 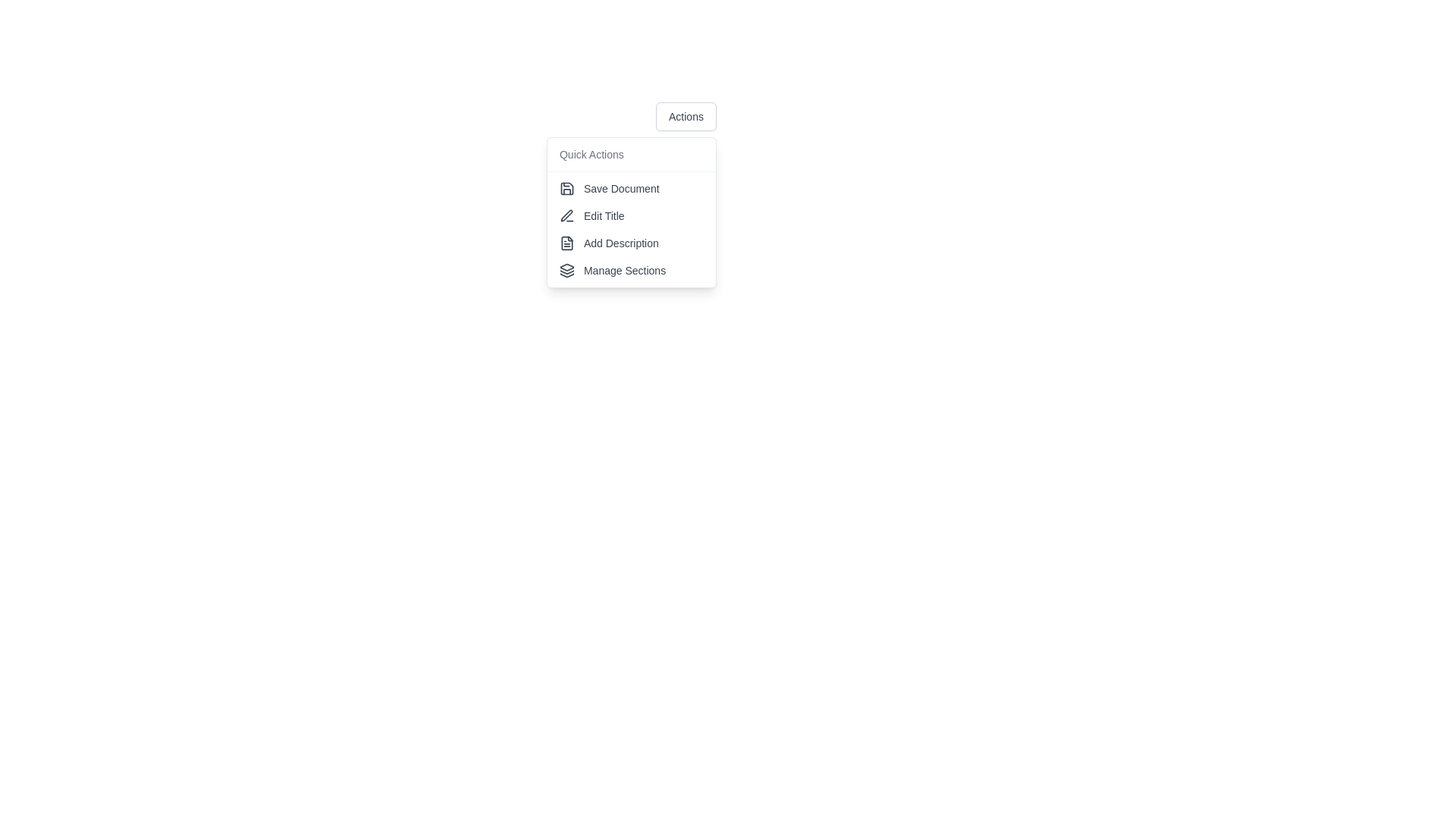 What do you see at coordinates (631, 188) in the screenshot?
I see `the 'Save' button located at the top of the dropdown menu` at bounding box center [631, 188].